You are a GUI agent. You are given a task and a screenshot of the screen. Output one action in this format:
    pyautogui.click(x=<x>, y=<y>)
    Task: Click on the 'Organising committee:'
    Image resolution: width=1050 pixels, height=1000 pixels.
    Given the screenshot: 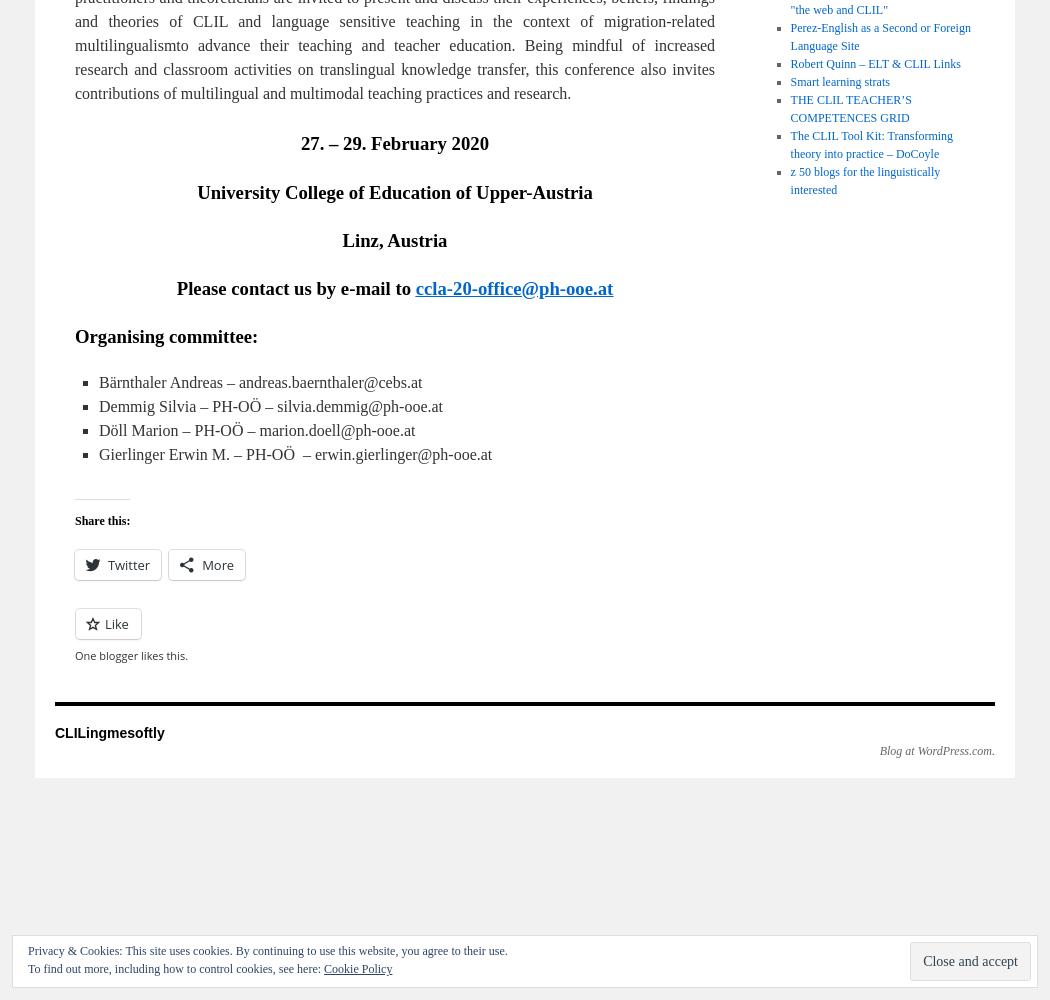 What is the action you would take?
    pyautogui.click(x=166, y=334)
    